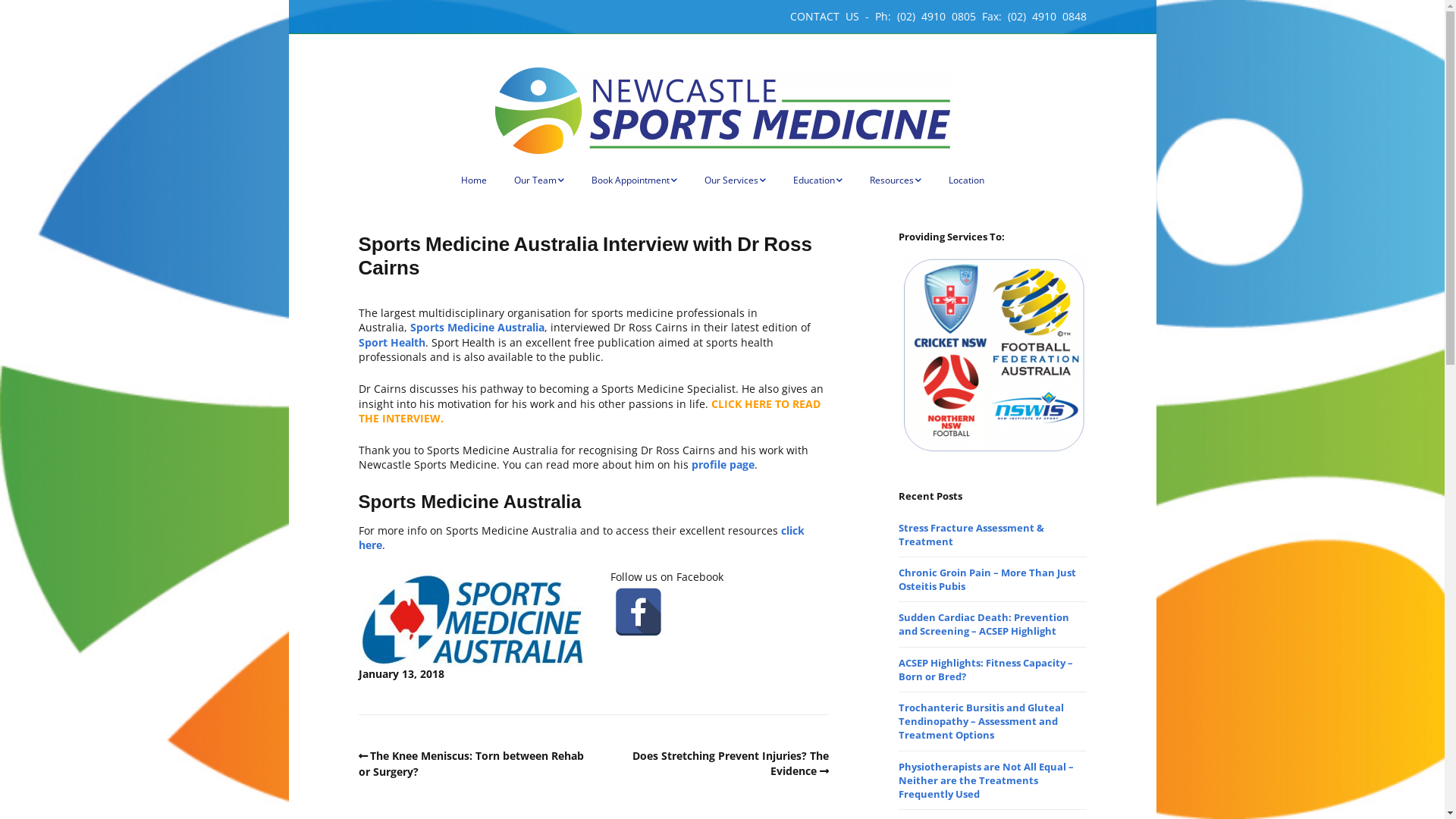  I want to click on 'Location', so click(965, 180).